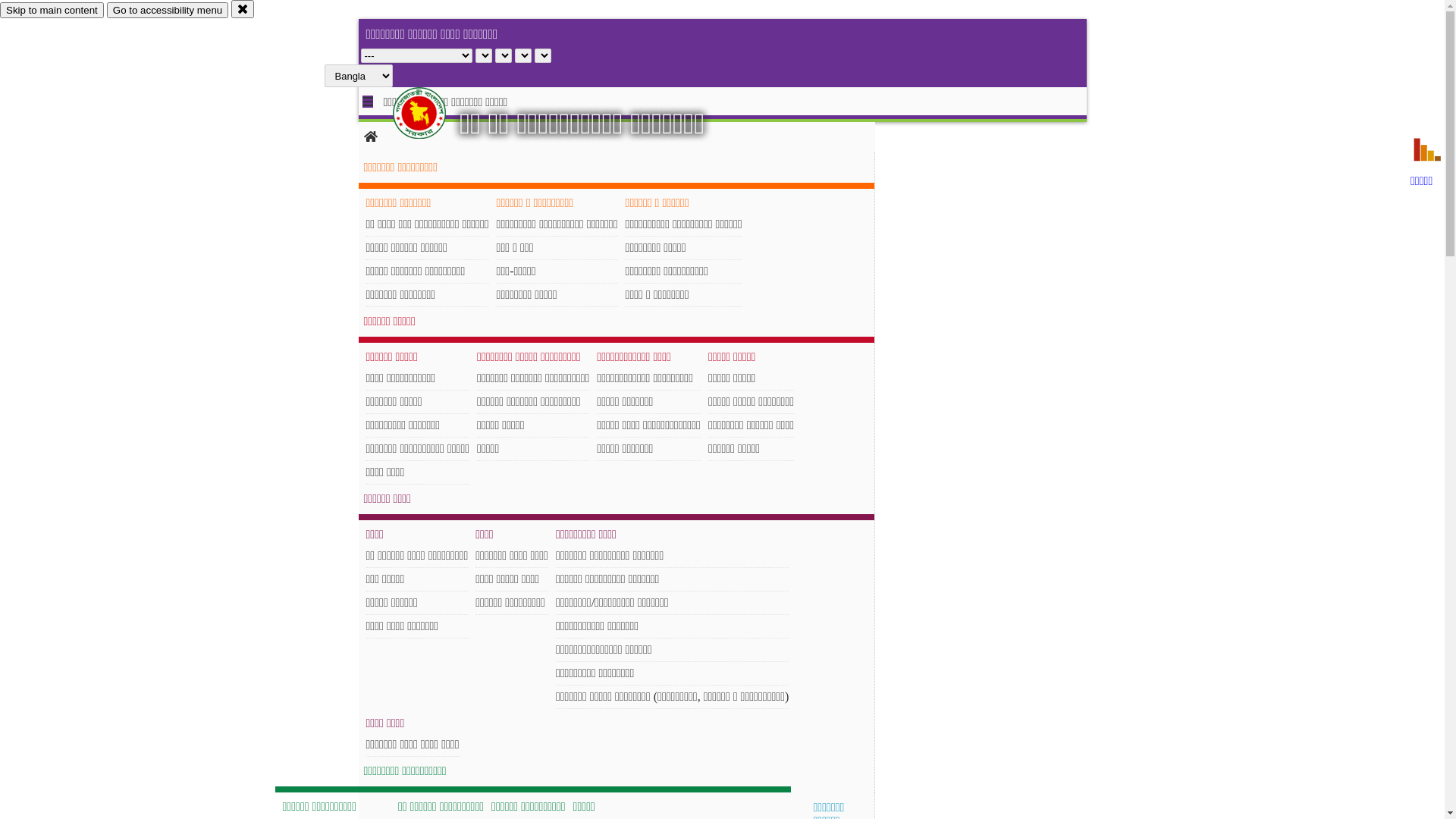 This screenshot has height=819, width=1456. What do you see at coordinates (431, 112) in the screenshot?
I see `'` at bounding box center [431, 112].